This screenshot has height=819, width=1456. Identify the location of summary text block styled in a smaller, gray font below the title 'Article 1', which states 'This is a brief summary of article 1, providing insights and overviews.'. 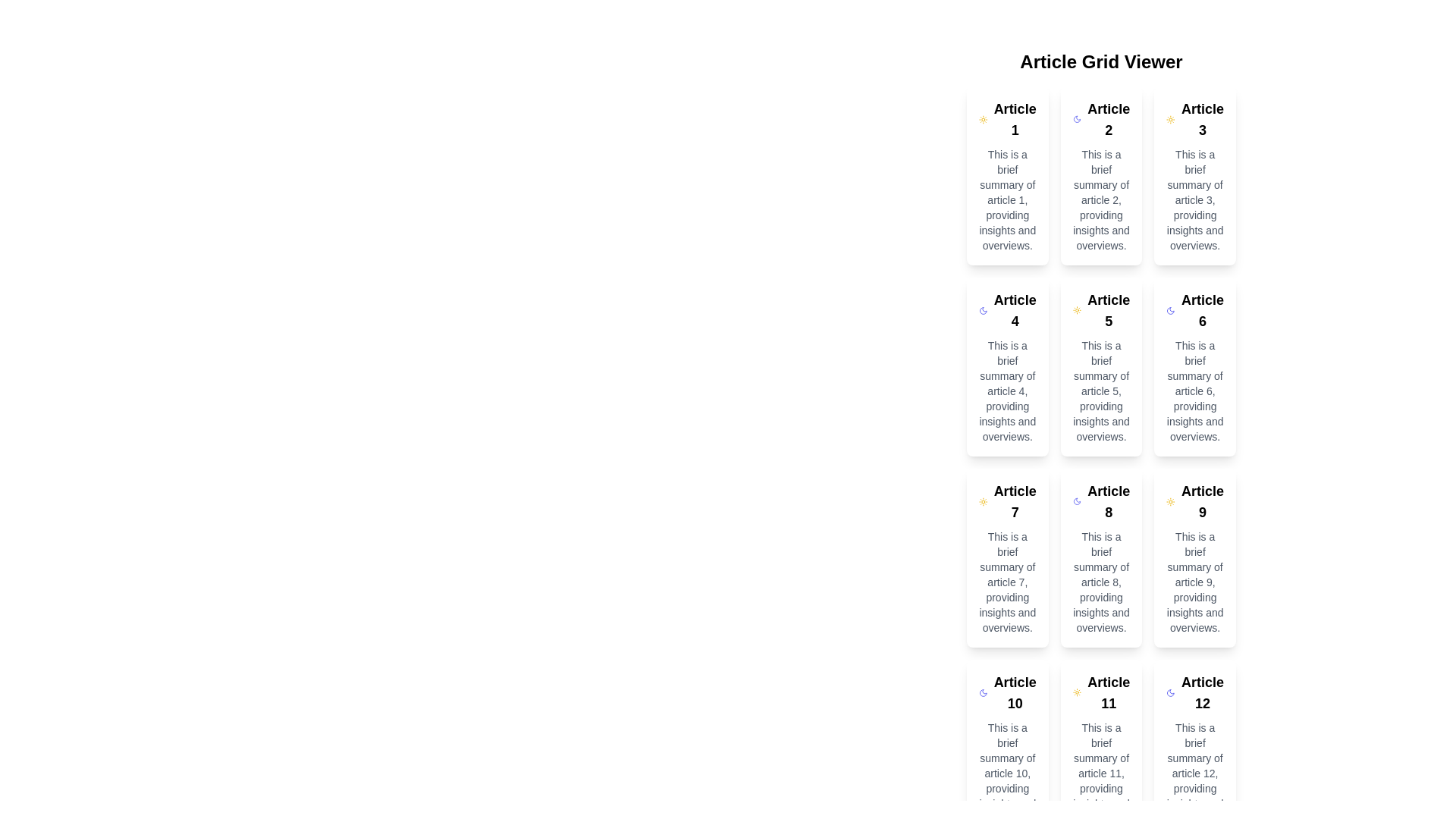
(1007, 199).